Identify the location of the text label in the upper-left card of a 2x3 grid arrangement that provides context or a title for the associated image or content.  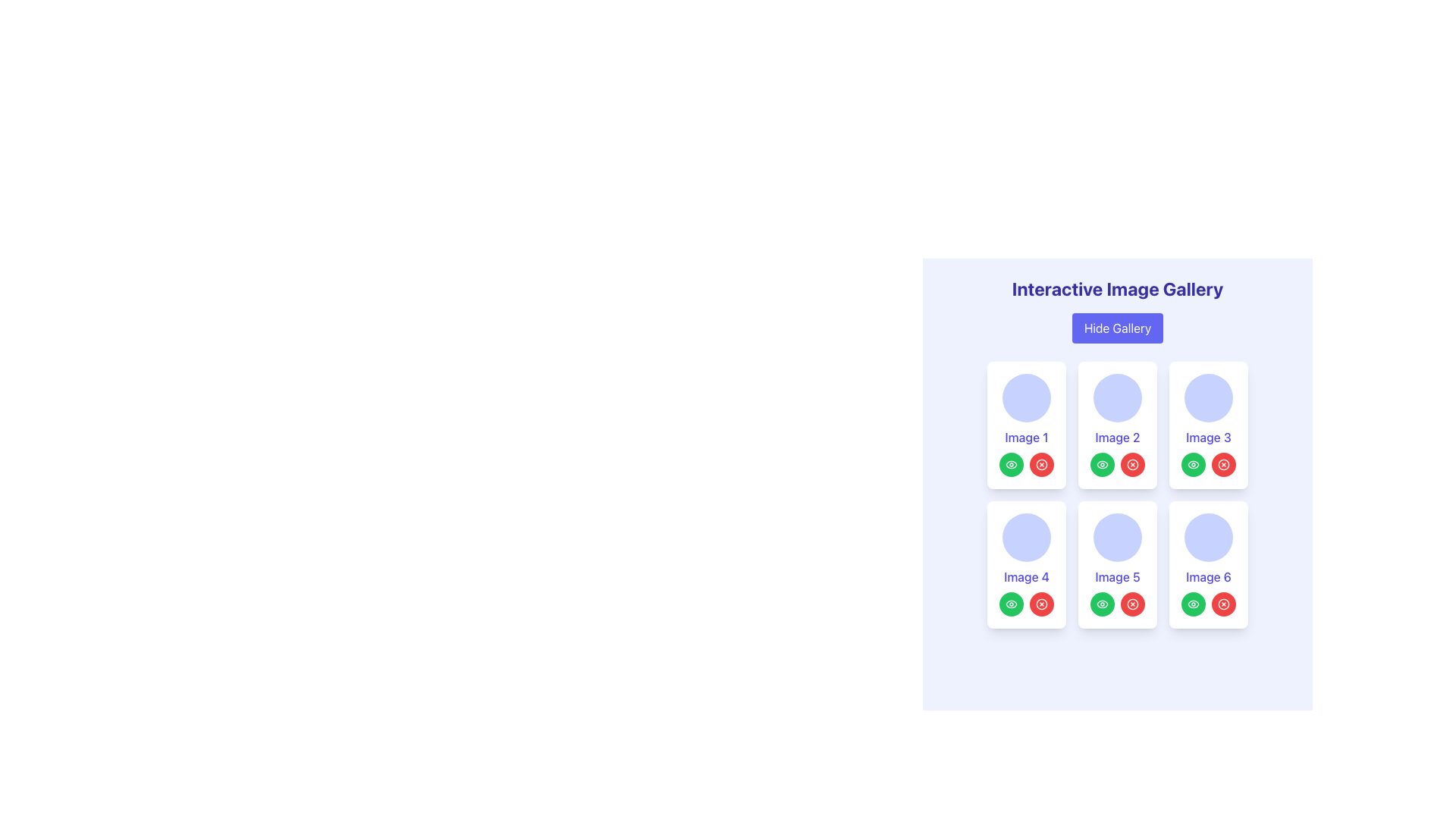
(1026, 438).